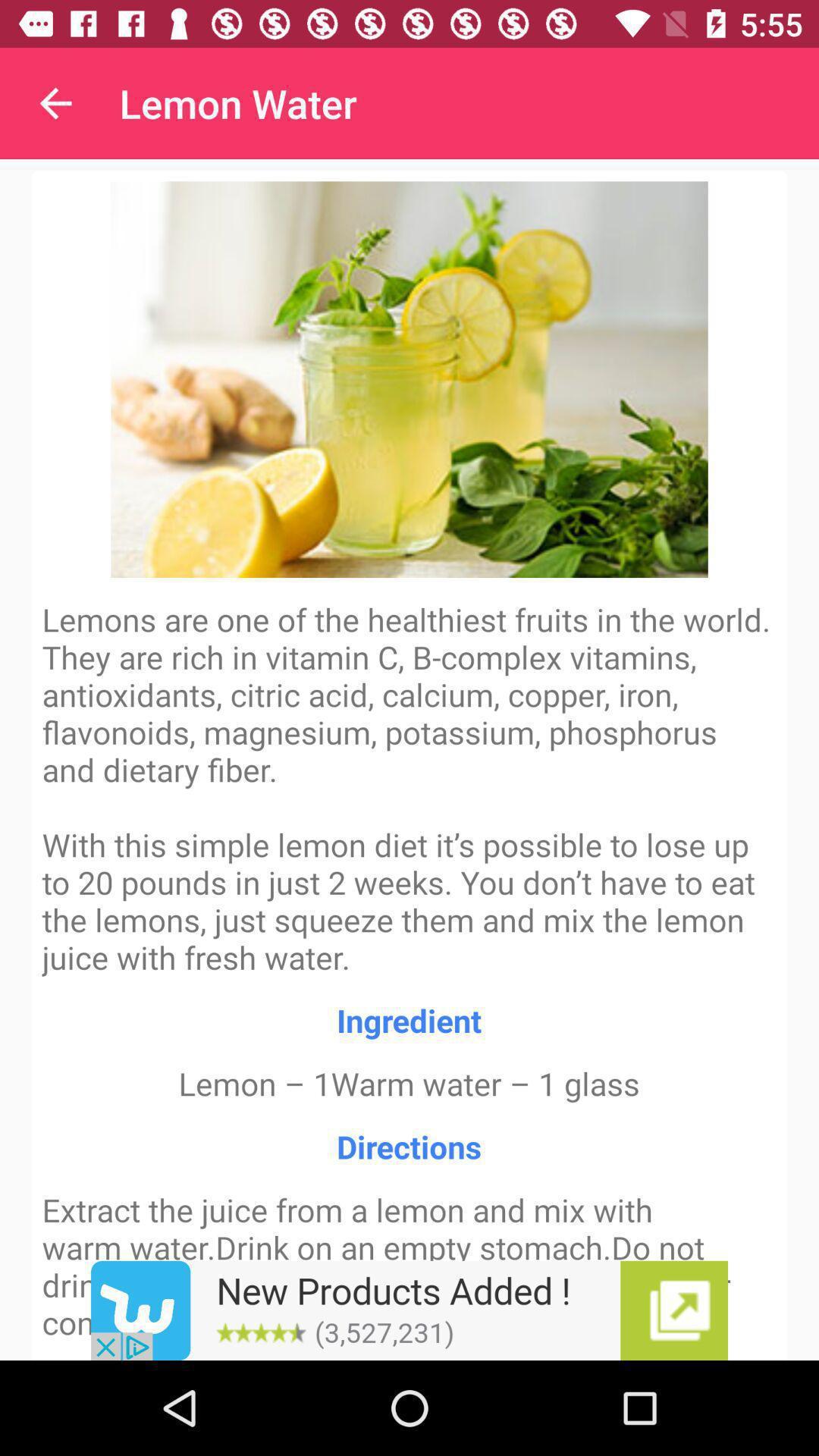 This screenshot has height=1456, width=819. What do you see at coordinates (55, 102) in the screenshot?
I see `item to the left of lemon water item` at bounding box center [55, 102].